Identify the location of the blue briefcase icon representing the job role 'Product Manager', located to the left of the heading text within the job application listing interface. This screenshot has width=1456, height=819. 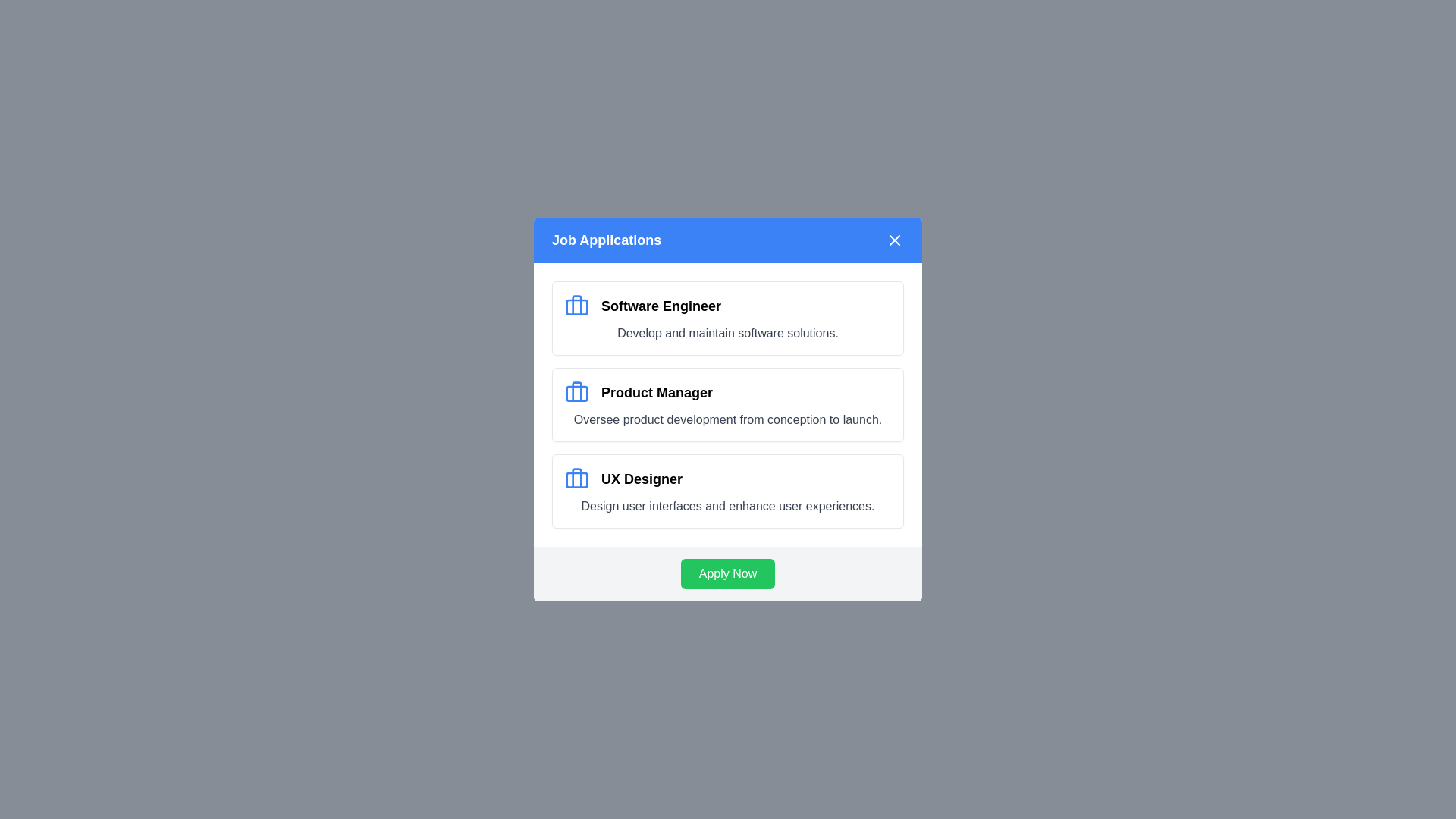
(576, 391).